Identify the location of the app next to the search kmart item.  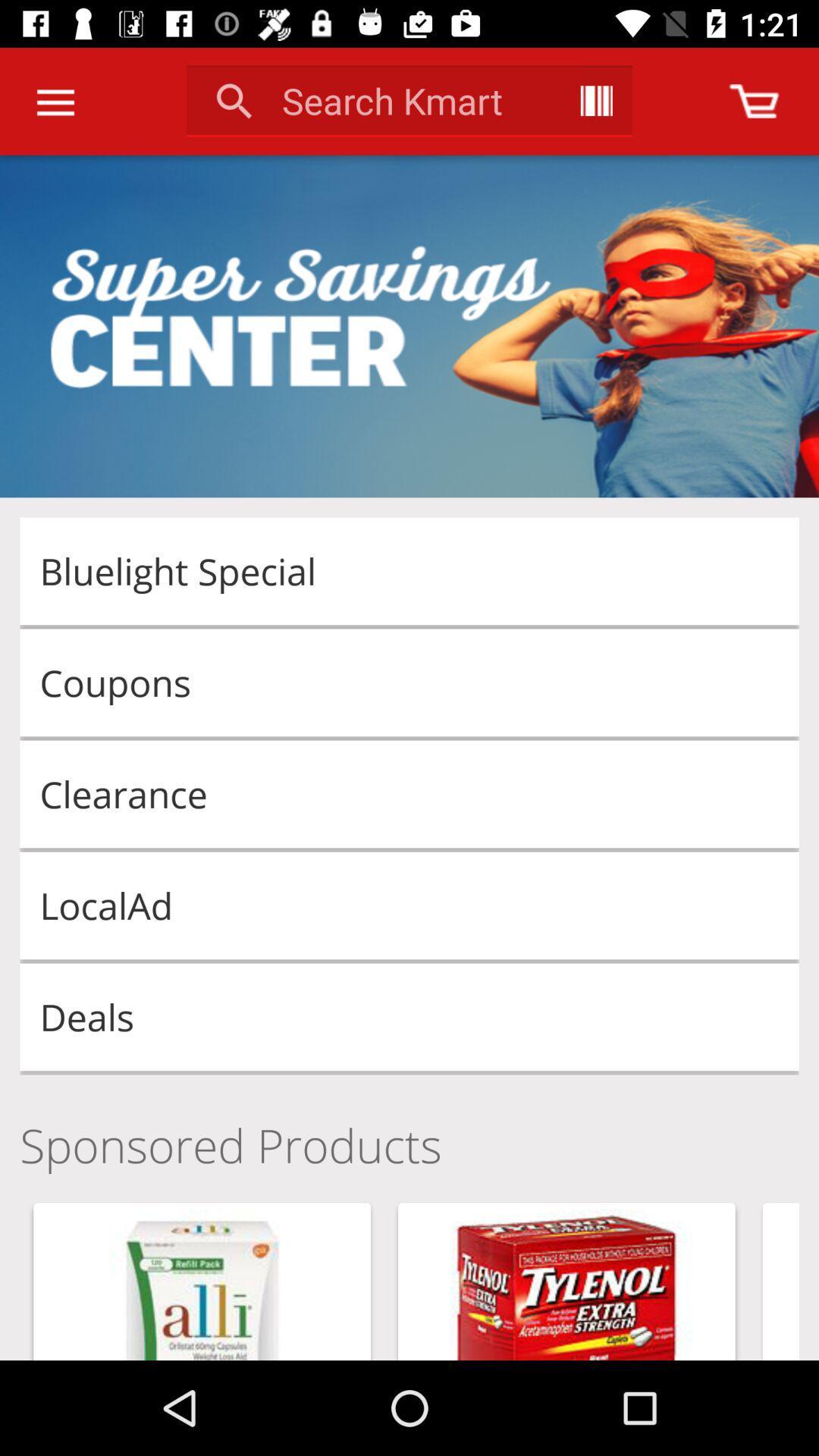
(595, 100).